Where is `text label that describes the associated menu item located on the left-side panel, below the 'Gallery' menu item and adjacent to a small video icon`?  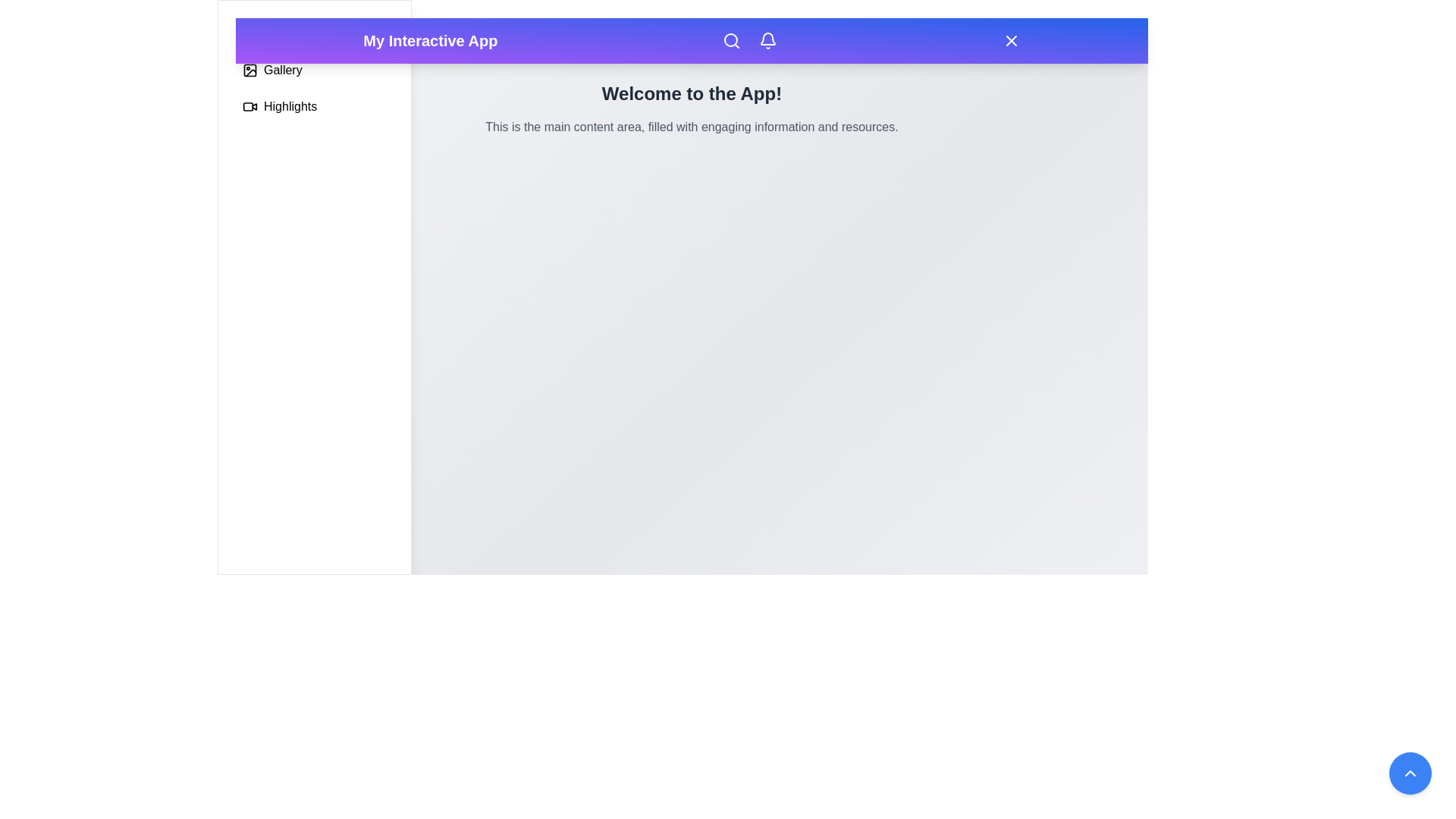 text label that describes the associated menu item located on the left-side panel, below the 'Gallery' menu item and adjacent to a small video icon is located at coordinates (290, 106).